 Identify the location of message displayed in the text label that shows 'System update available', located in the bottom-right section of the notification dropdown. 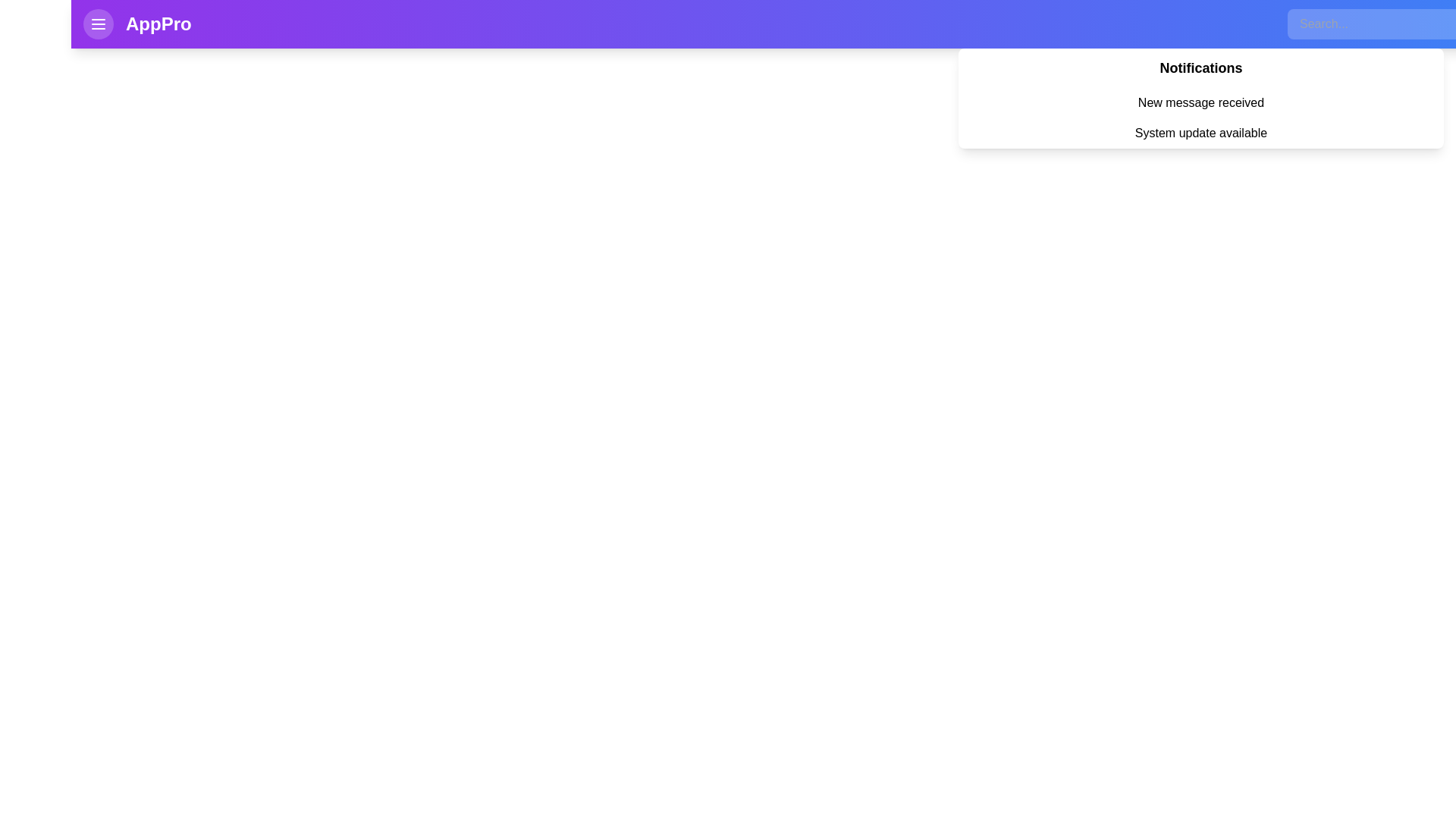
(1200, 133).